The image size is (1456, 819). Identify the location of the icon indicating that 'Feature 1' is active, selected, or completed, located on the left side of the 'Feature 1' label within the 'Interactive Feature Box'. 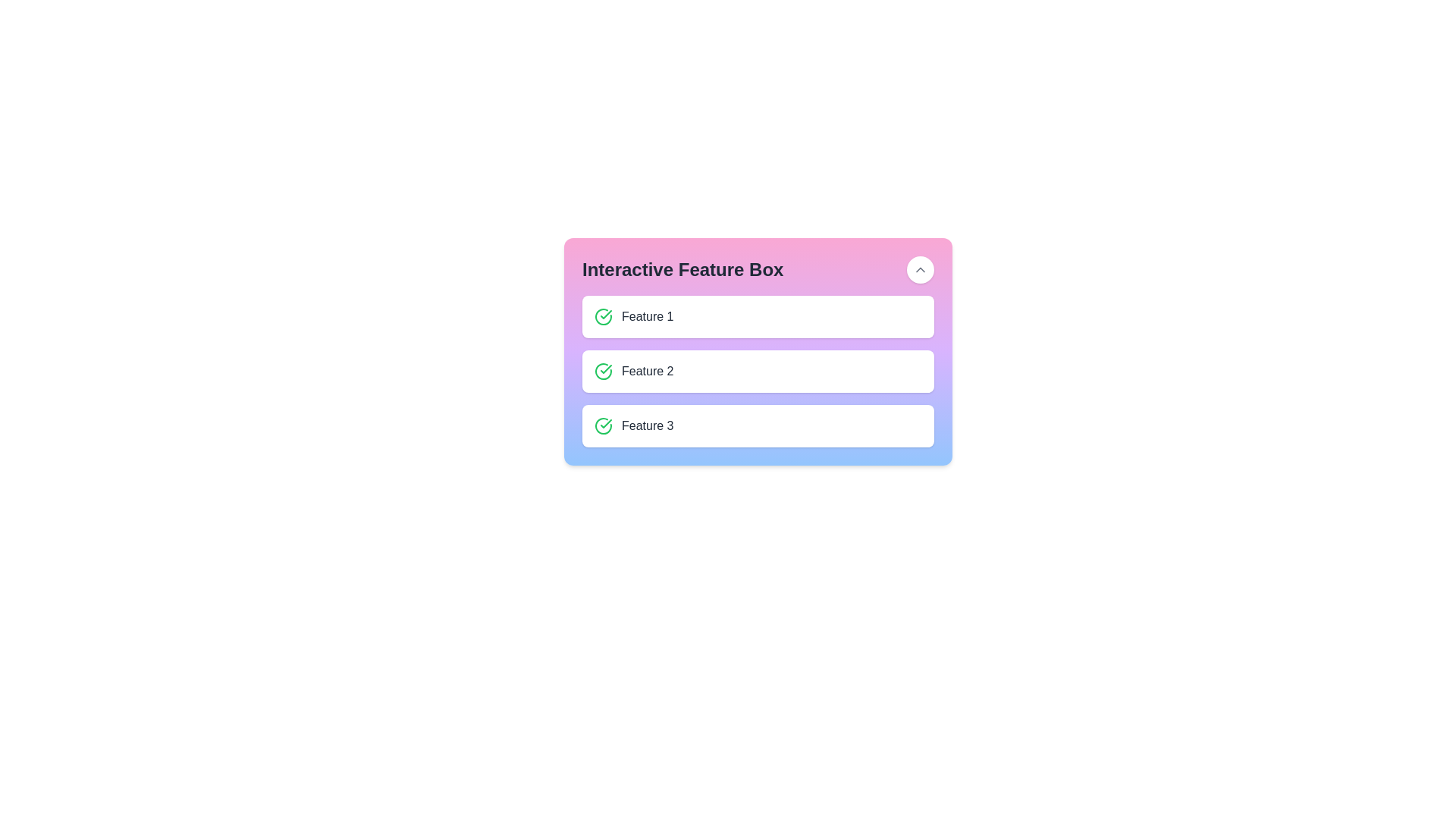
(603, 315).